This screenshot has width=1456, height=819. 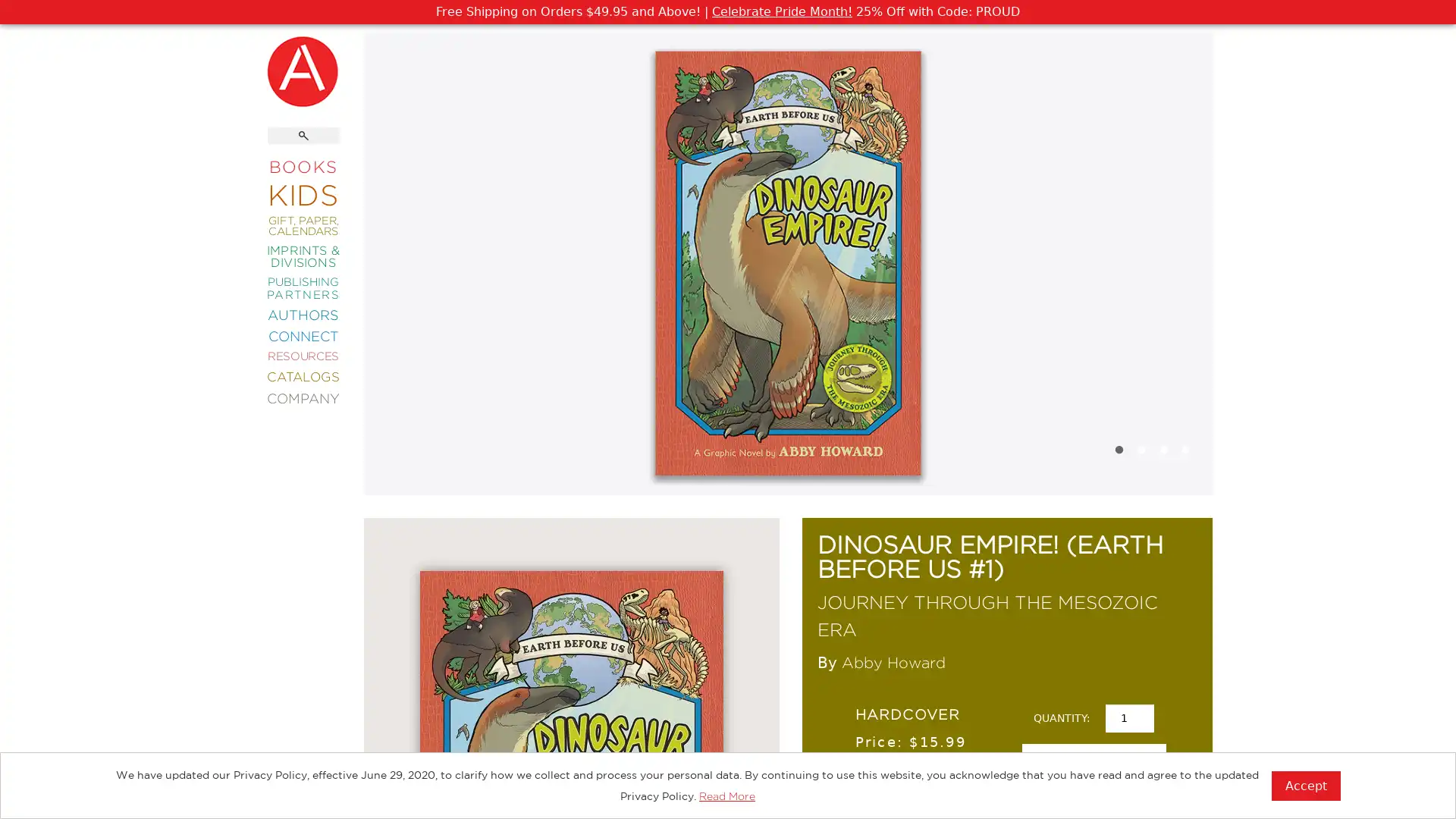 I want to click on ADD TO CART, so click(x=1093, y=766).